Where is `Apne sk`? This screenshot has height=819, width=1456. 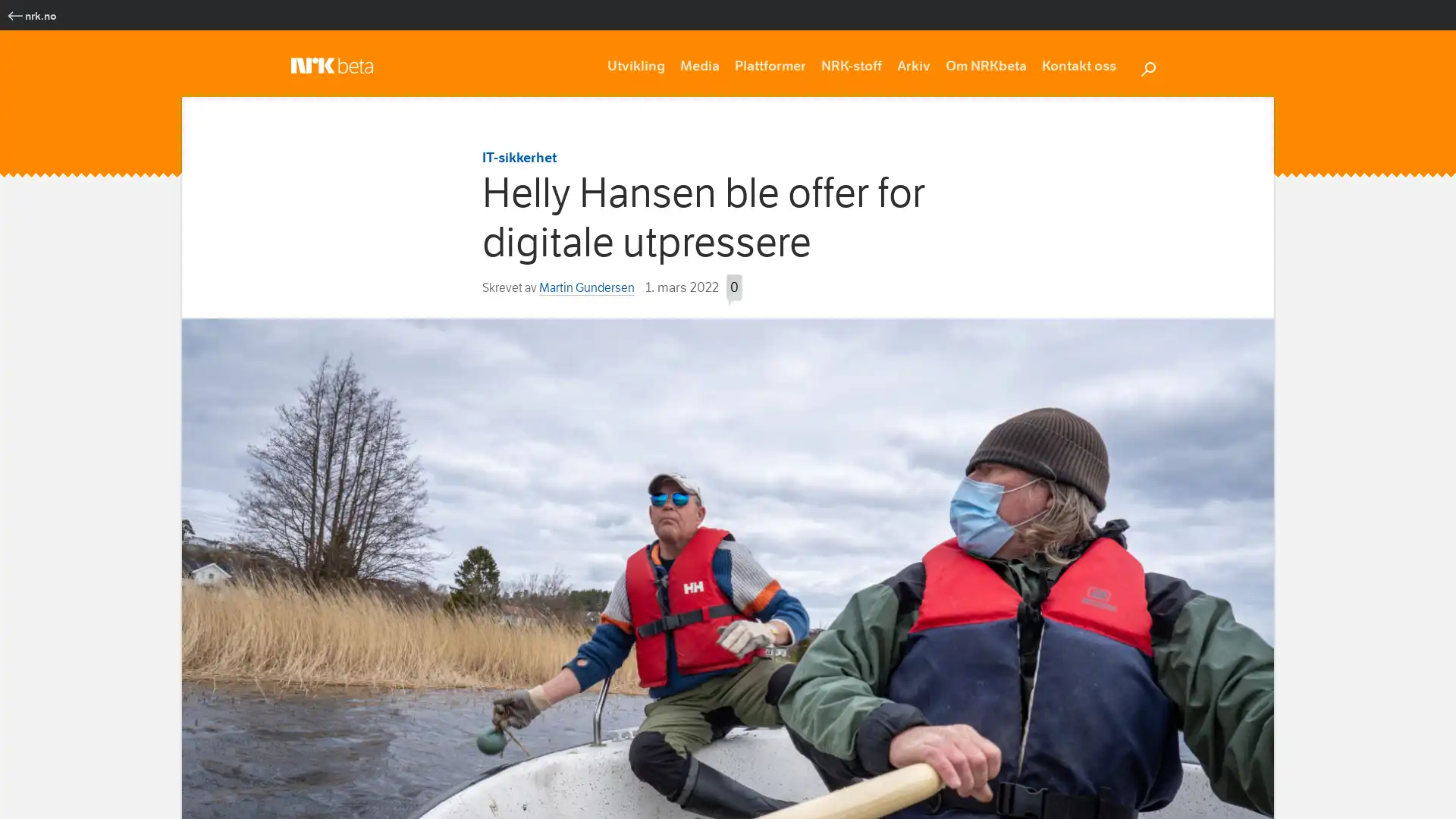 Apne sk is located at coordinates (1147, 66).